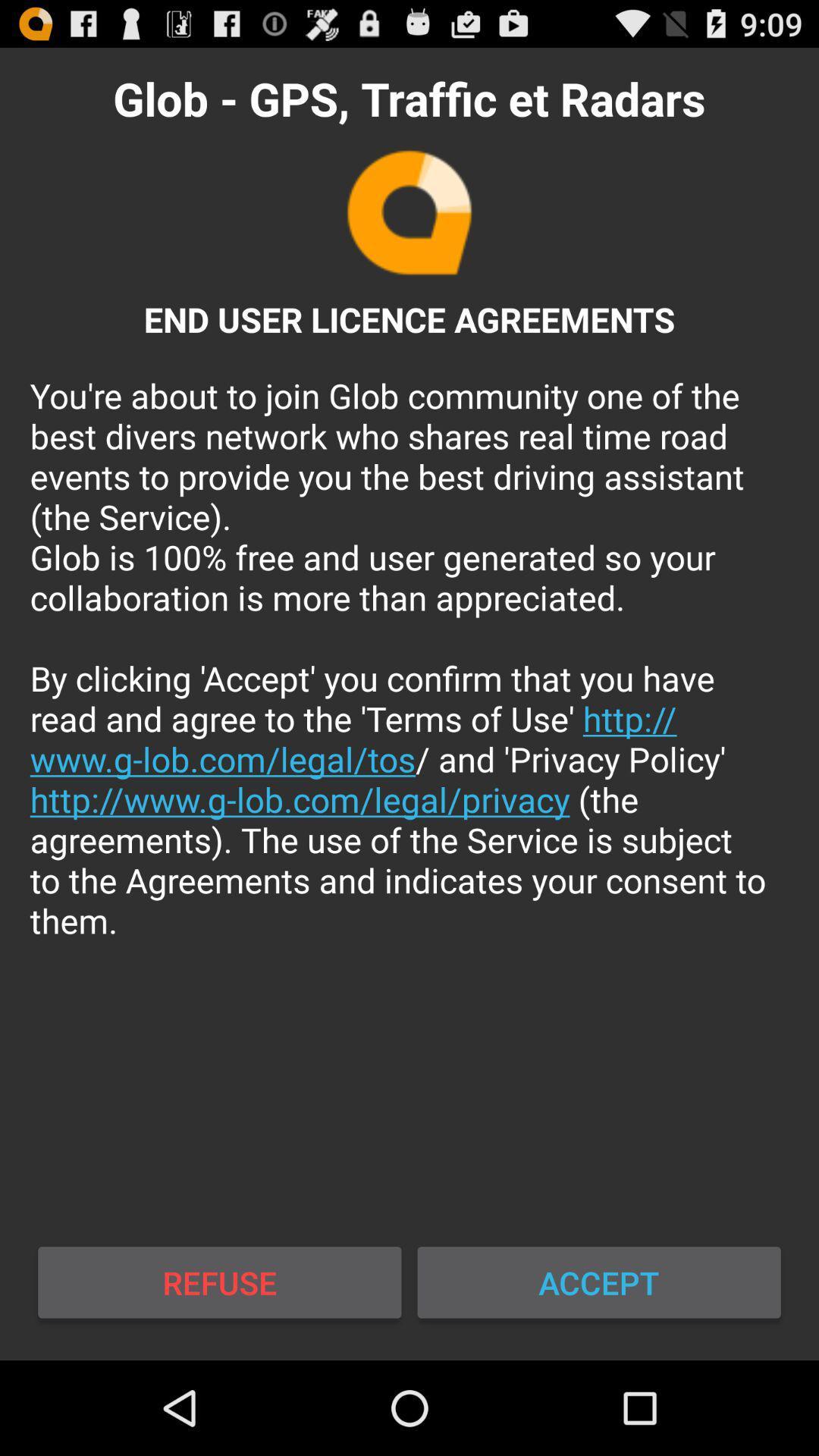  Describe the element at coordinates (409, 657) in the screenshot. I see `the you re about` at that location.